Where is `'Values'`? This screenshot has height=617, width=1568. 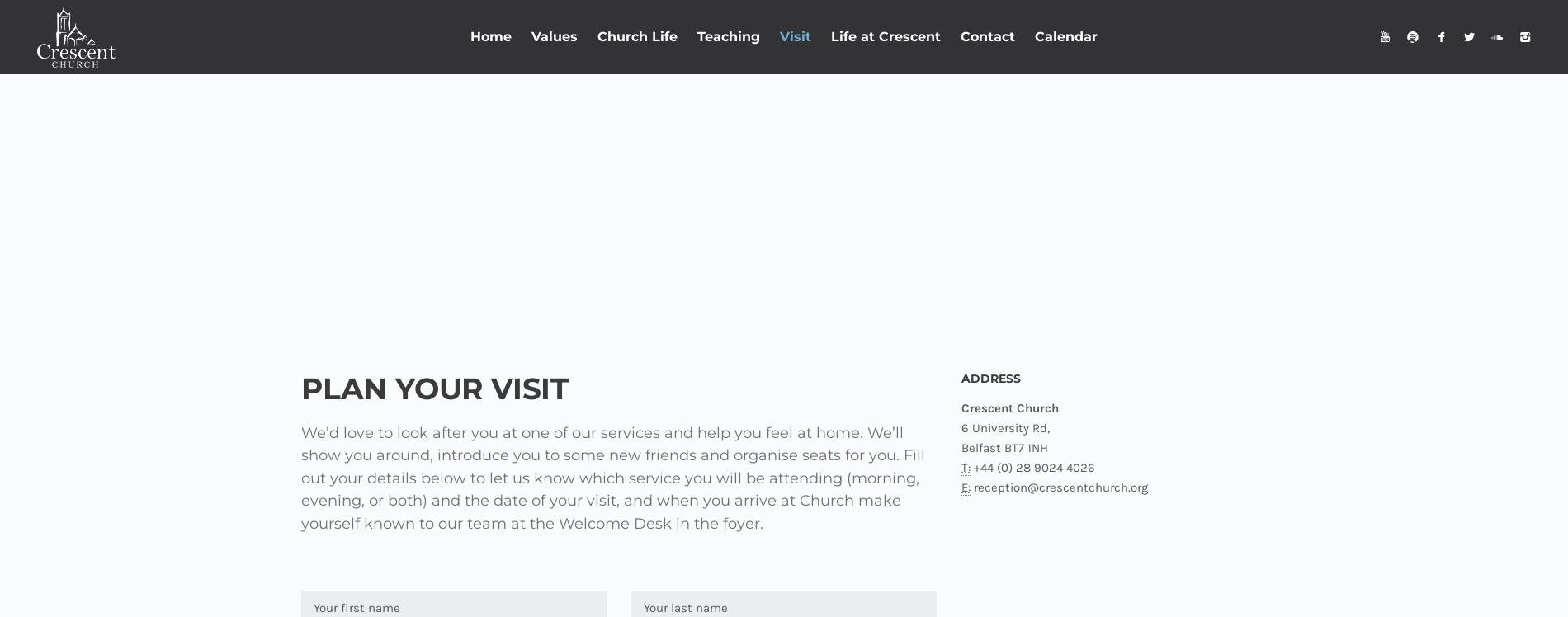 'Values' is located at coordinates (555, 36).